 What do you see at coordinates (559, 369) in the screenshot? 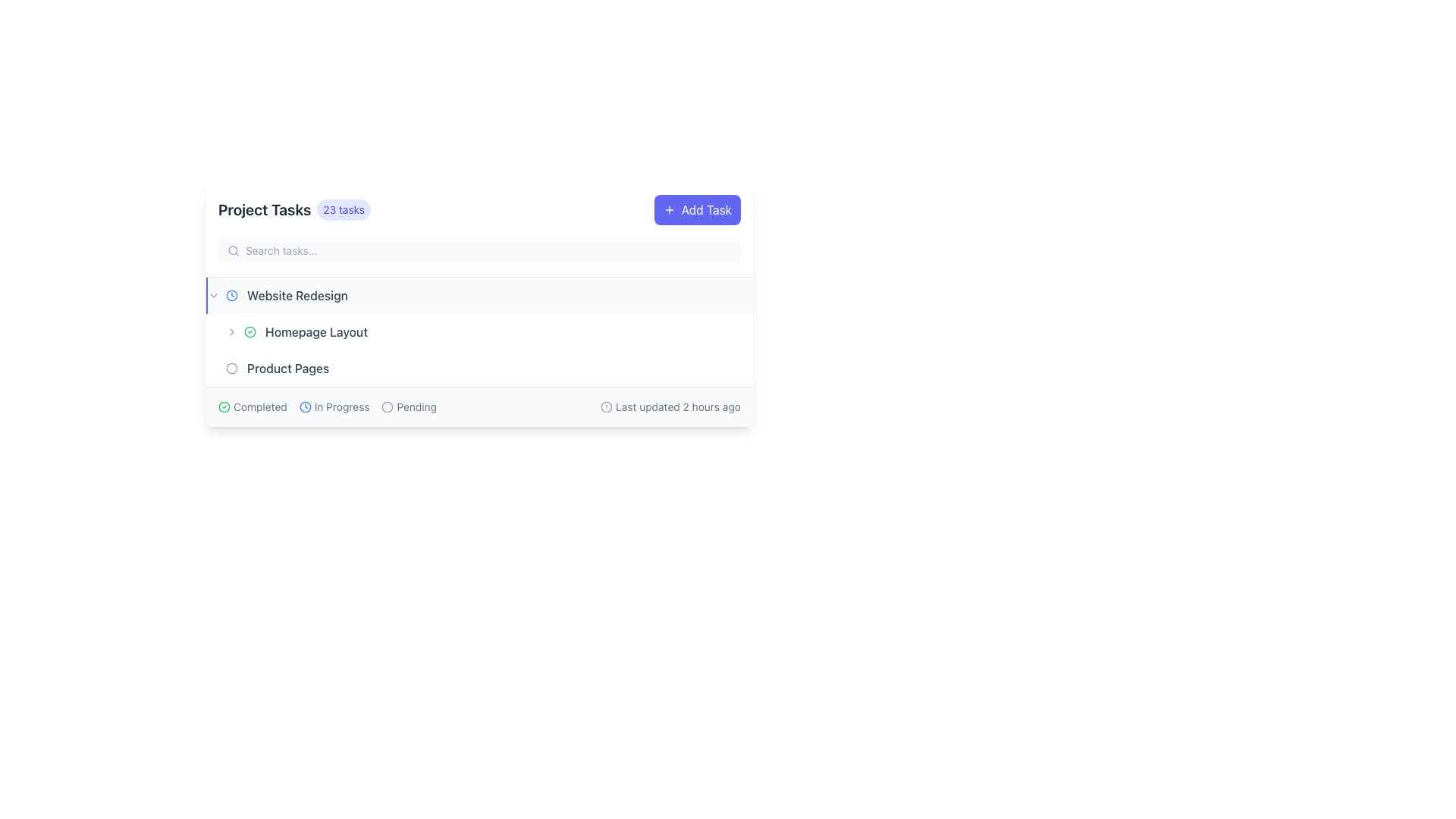
I see `the Text label displaying the name of a user associated with a task, located in the middle portion of the interface next to the date '2024-03-20.'` at bounding box center [559, 369].